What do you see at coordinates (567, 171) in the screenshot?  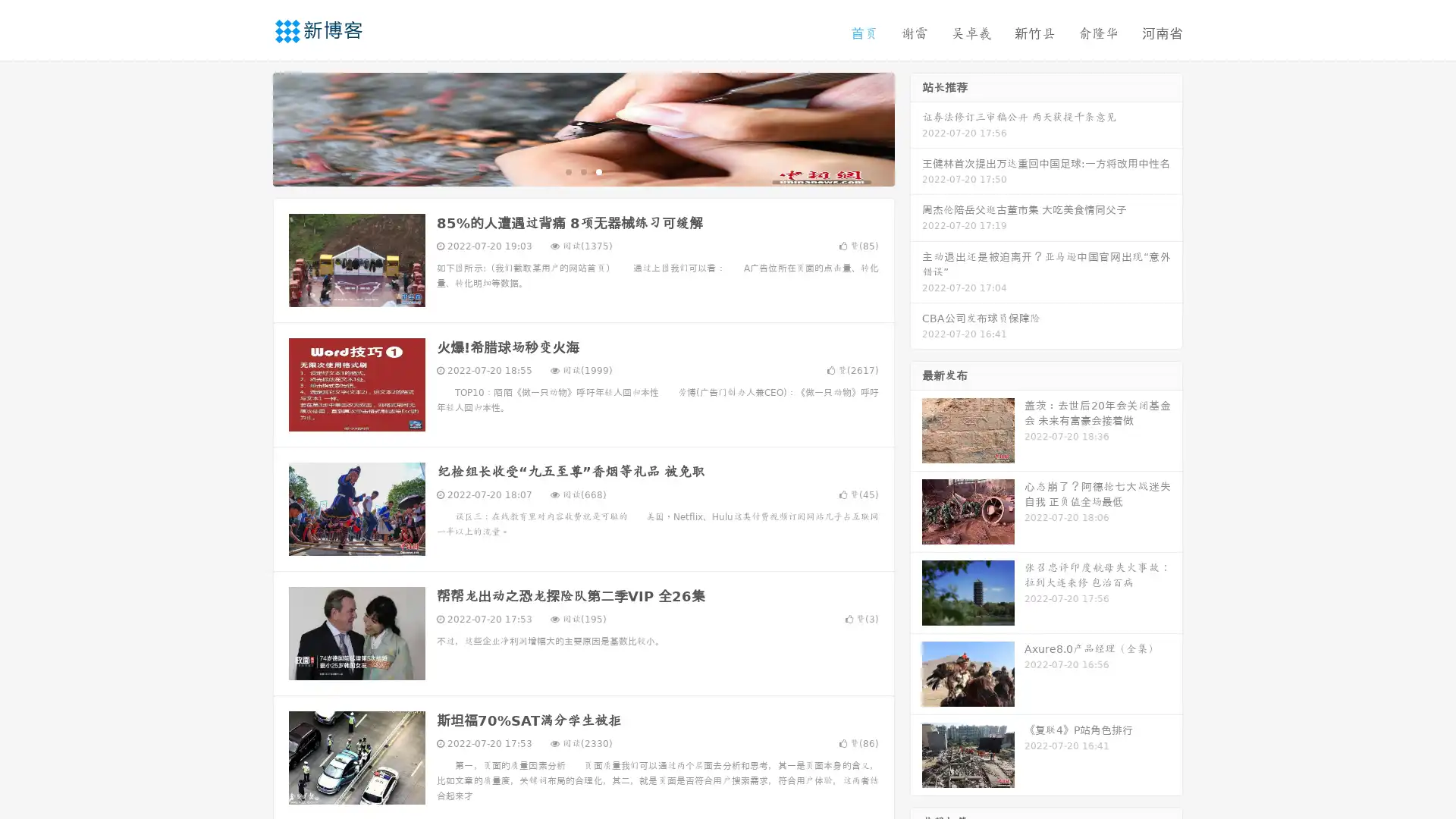 I see `Go to slide 1` at bounding box center [567, 171].